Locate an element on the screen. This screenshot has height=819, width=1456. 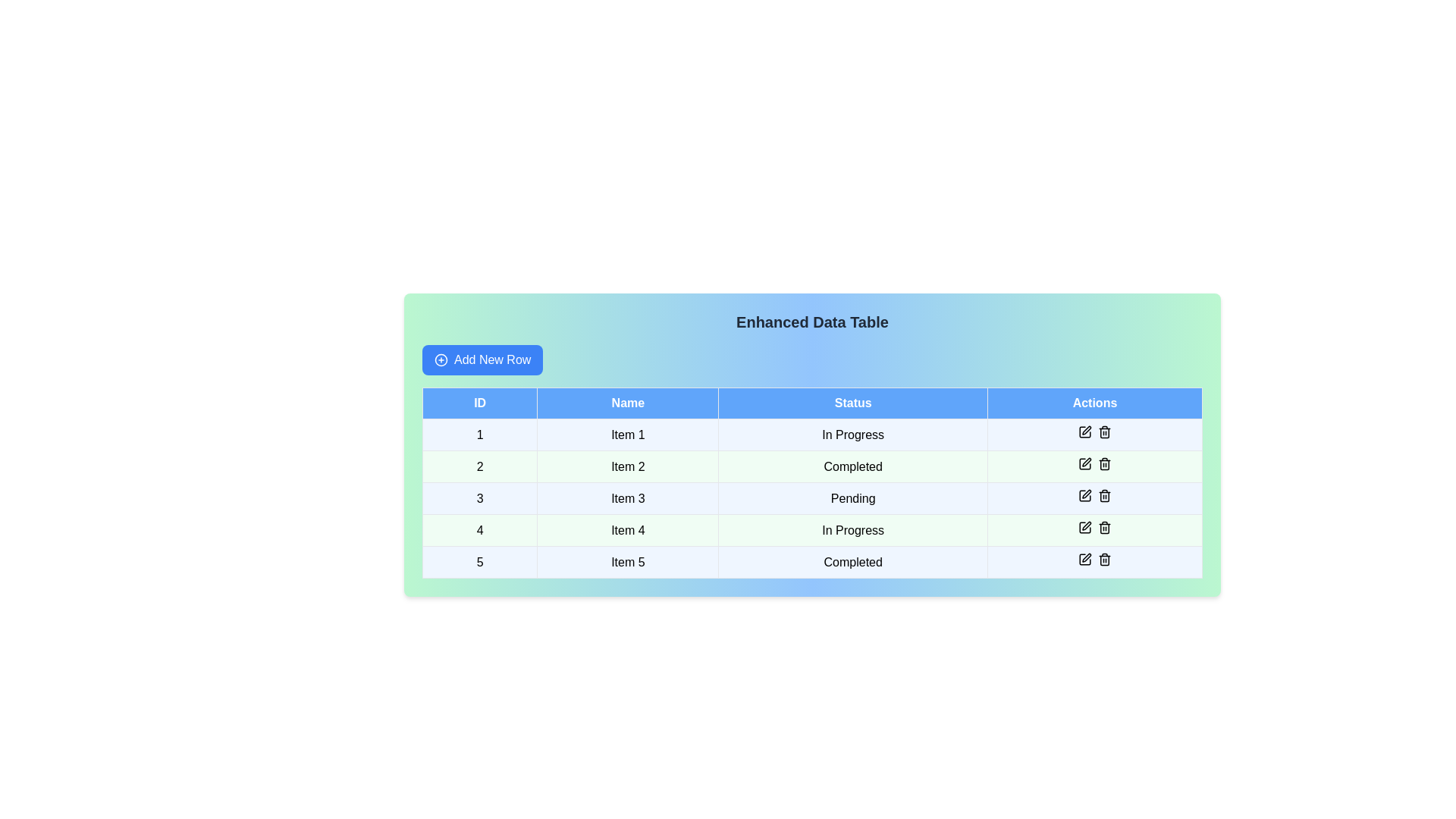
the static text cell in the fifth row of the data table under the 'Status' column, which displays the completion status of the associated item, adjacent to 'Item 5' is located at coordinates (853, 562).